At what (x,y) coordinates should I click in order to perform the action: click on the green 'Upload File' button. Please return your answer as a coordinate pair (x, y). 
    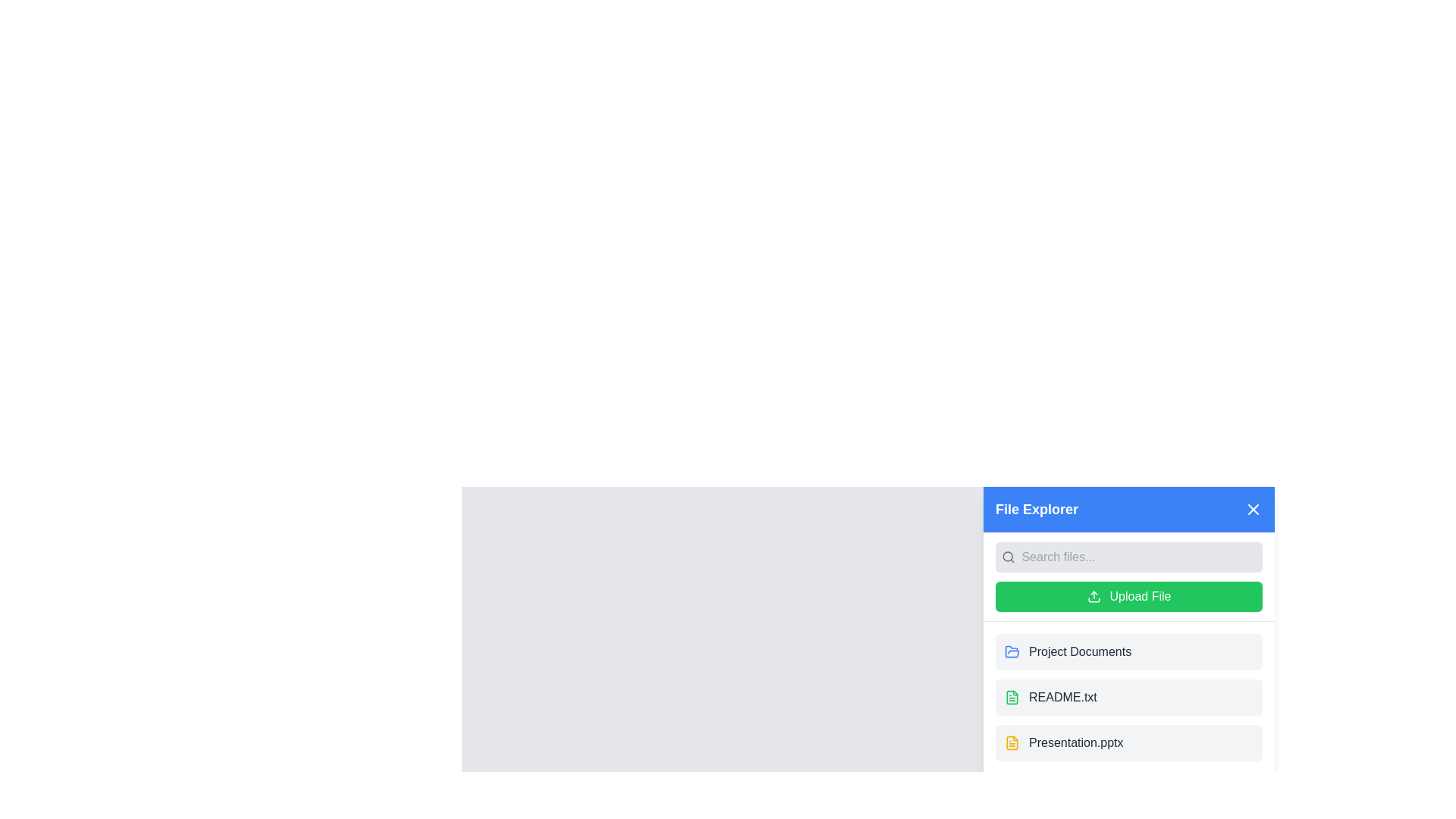
    Looking at the image, I should click on (1128, 577).